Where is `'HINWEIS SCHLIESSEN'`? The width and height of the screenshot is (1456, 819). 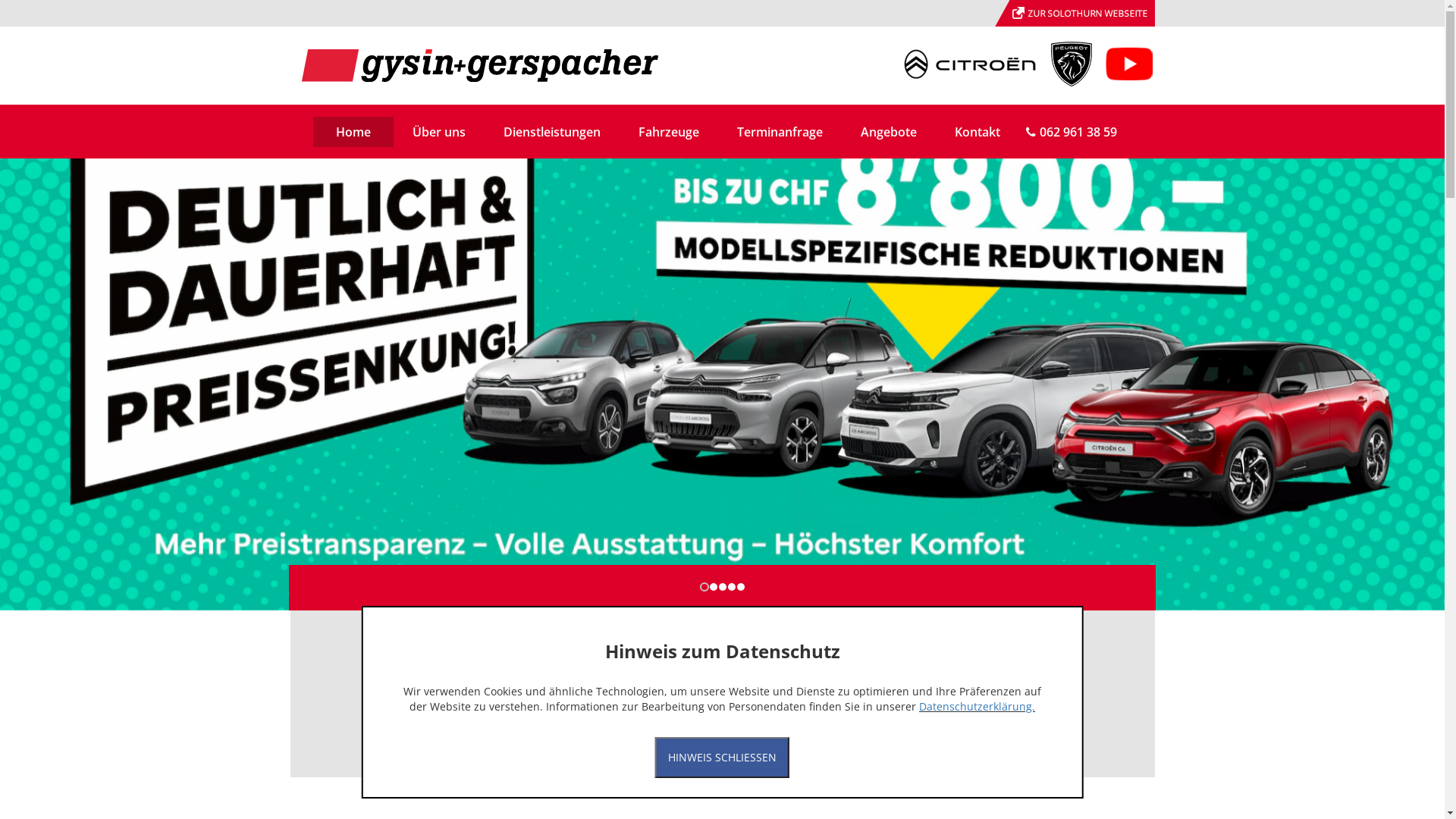
'HINWEIS SCHLIESSEN' is located at coordinates (721, 758).